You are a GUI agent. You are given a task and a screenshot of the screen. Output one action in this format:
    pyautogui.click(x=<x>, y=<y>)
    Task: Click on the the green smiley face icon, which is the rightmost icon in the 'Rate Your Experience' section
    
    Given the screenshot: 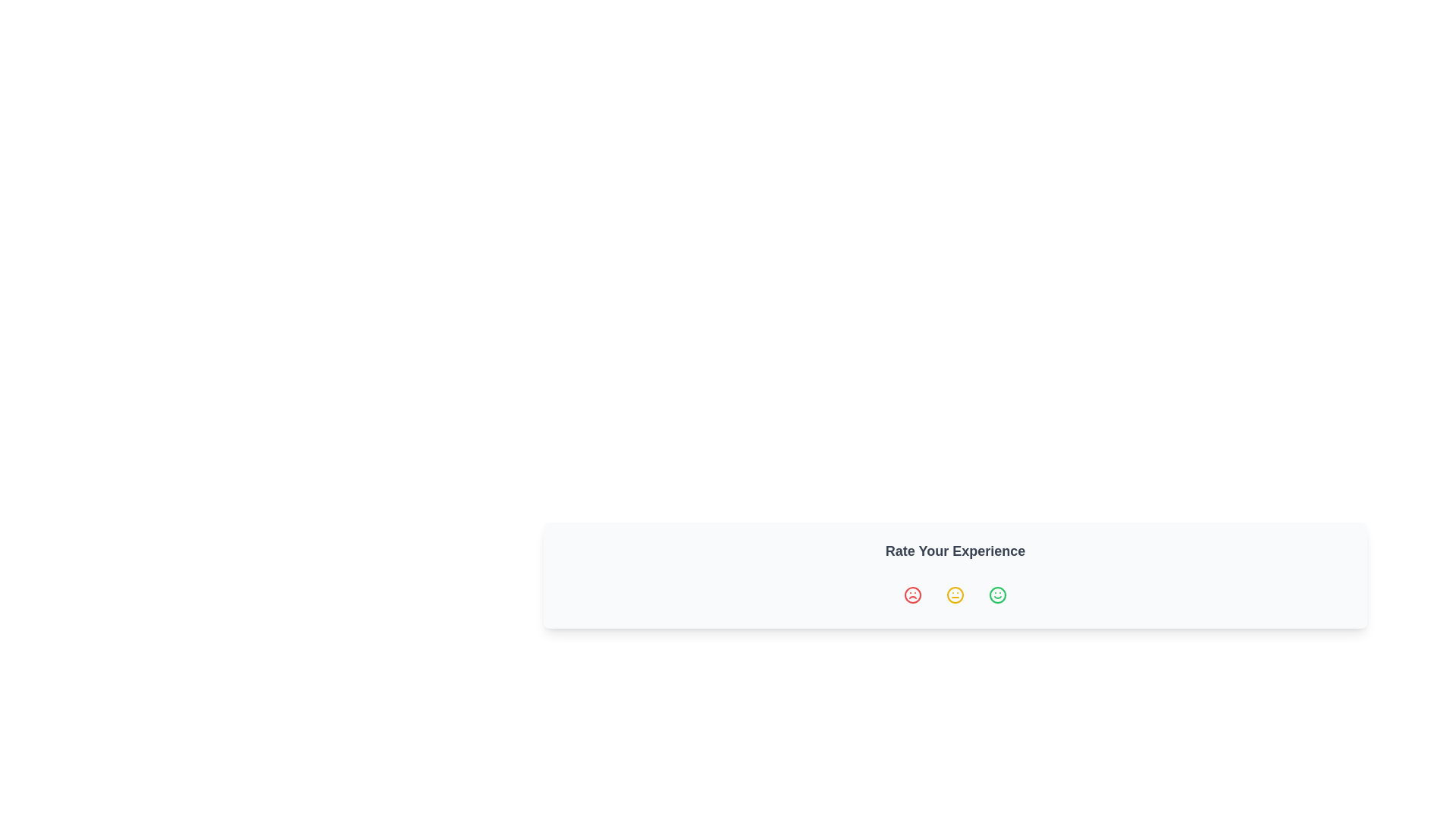 What is the action you would take?
    pyautogui.click(x=997, y=595)
    